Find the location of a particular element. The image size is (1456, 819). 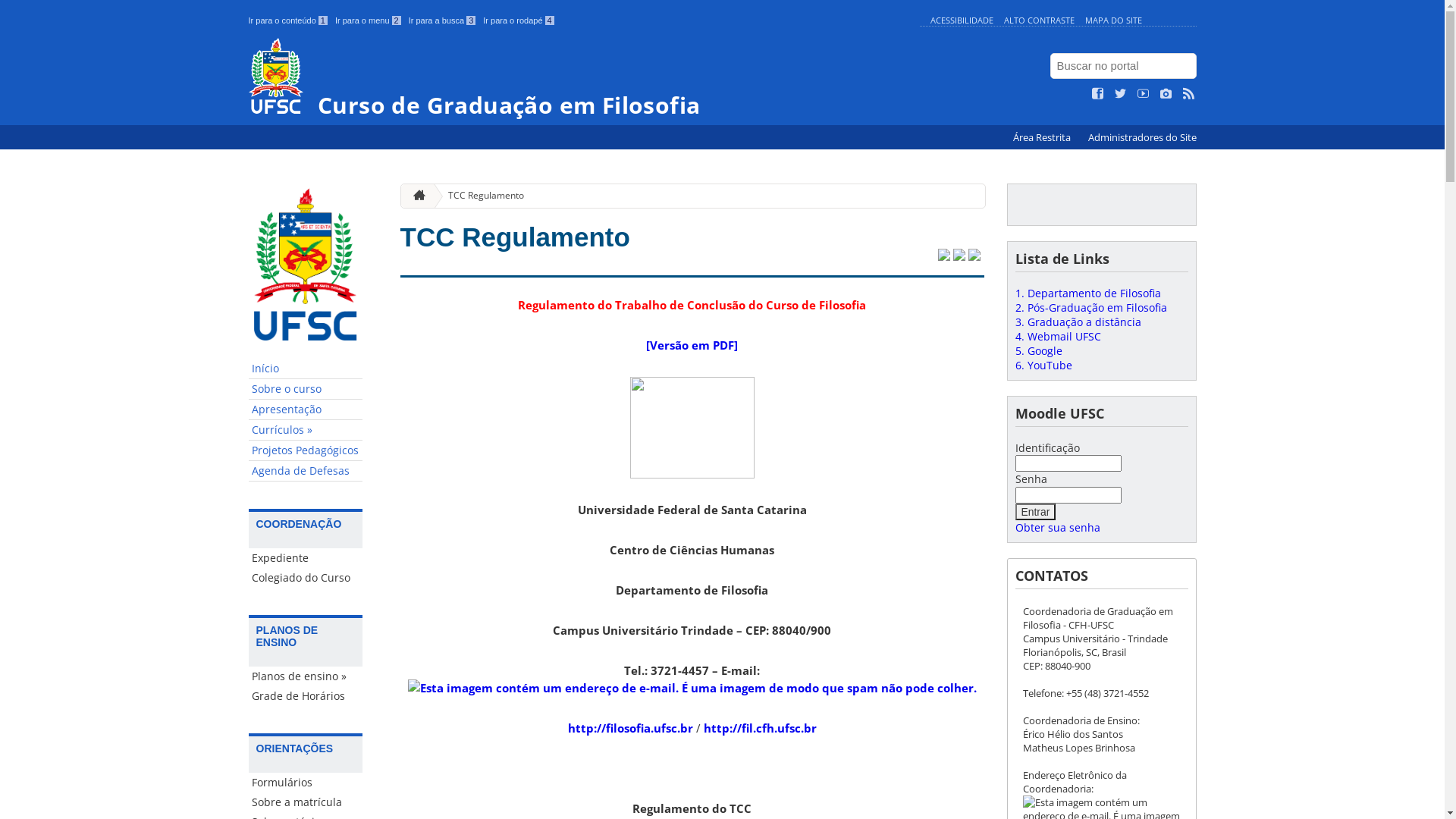

'6. YouTube' is located at coordinates (1042, 365).